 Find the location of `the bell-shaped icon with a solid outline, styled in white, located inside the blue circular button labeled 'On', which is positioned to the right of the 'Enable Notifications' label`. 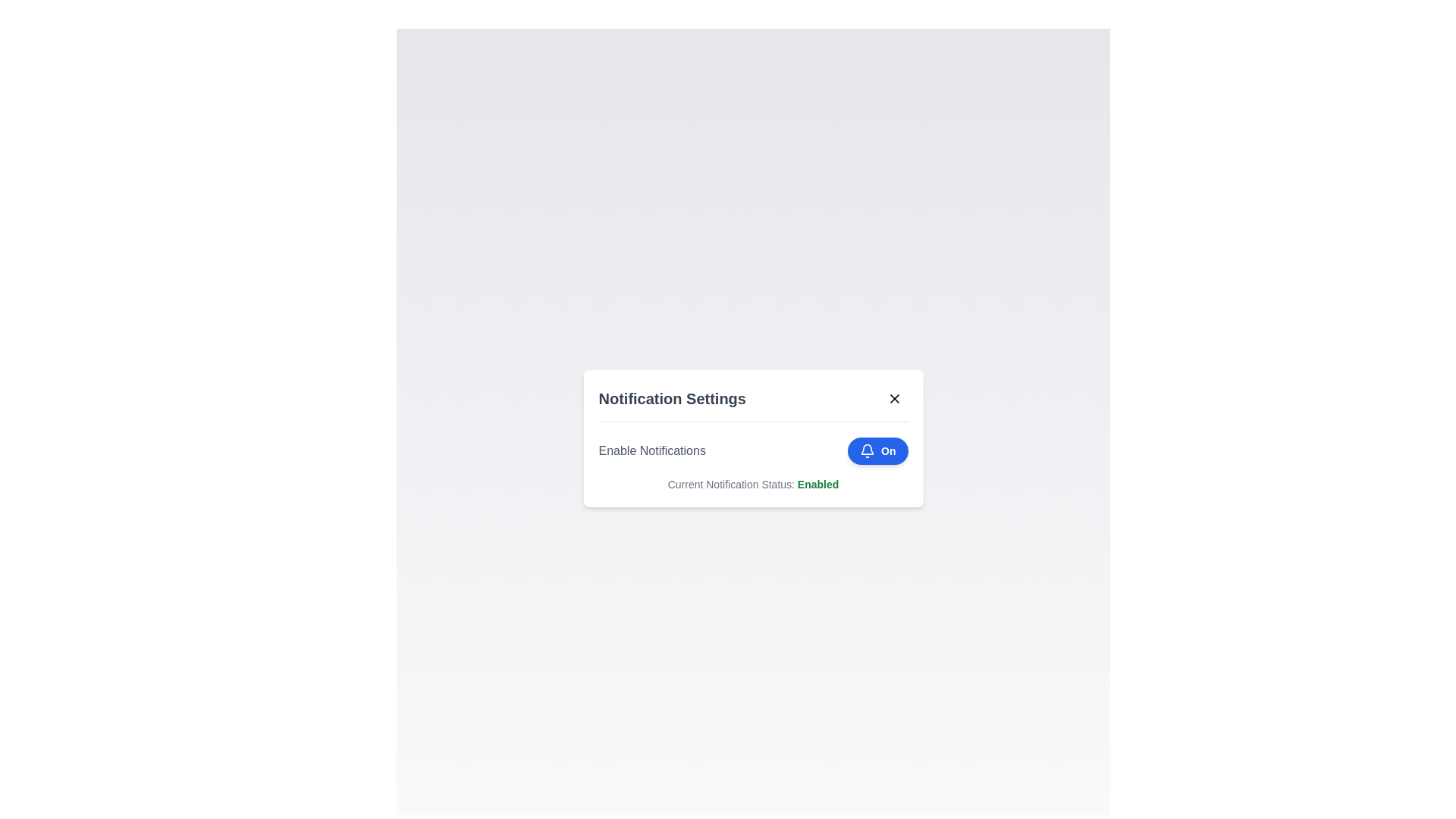

the bell-shaped icon with a solid outline, styled in white, located inside the blue circular button labeled 'On', which is positioned to the right of the 'Enable Notifications' label is located at coordinates (868, 450).